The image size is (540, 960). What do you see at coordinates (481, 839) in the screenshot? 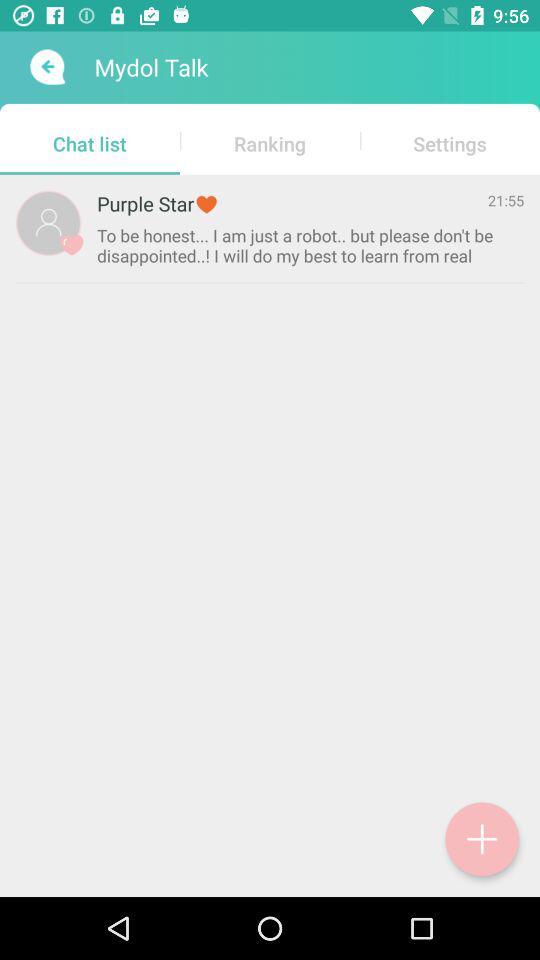
I see `button` at bounding box center [481, 839].